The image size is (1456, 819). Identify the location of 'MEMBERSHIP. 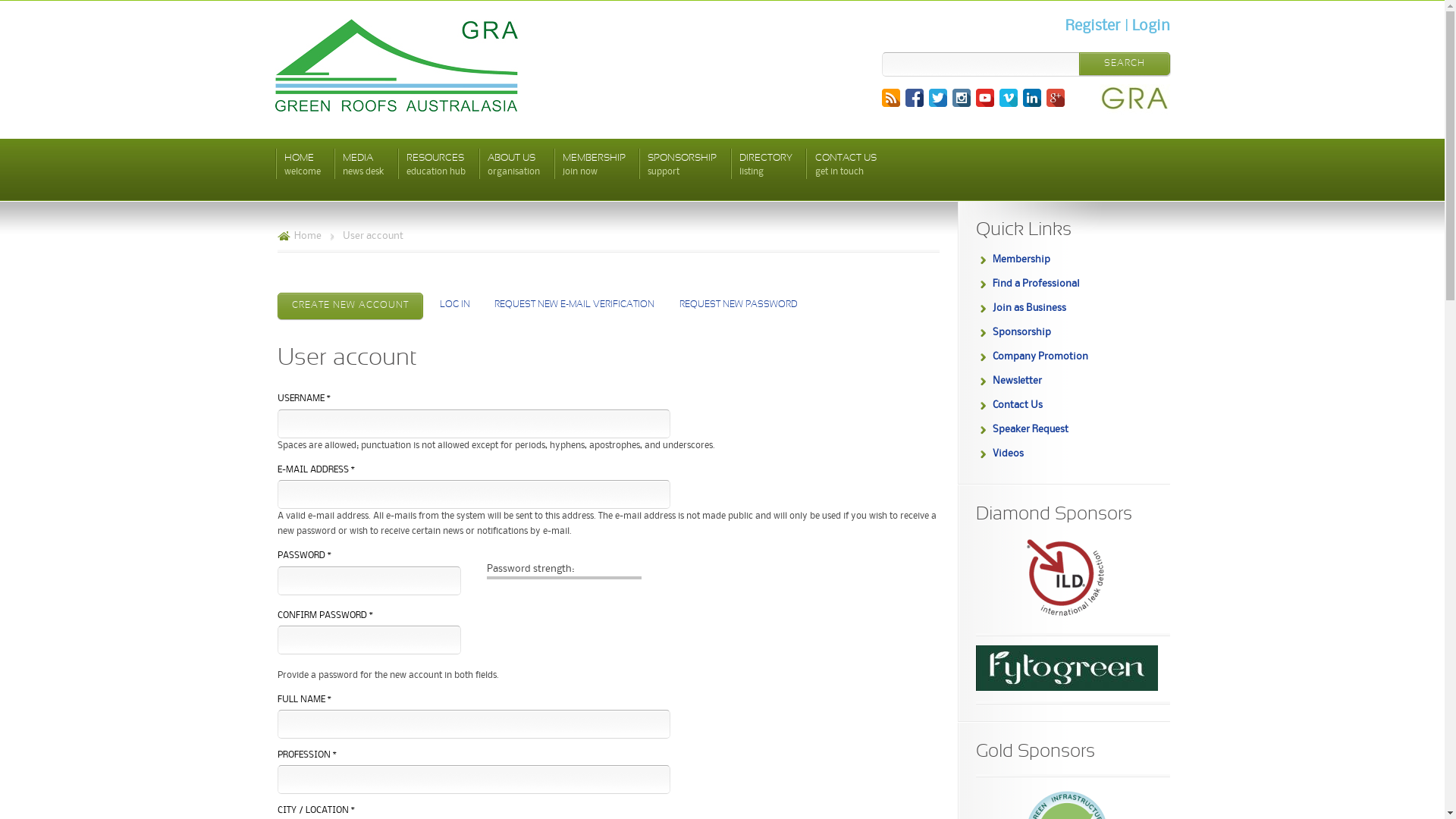
(593, 167).